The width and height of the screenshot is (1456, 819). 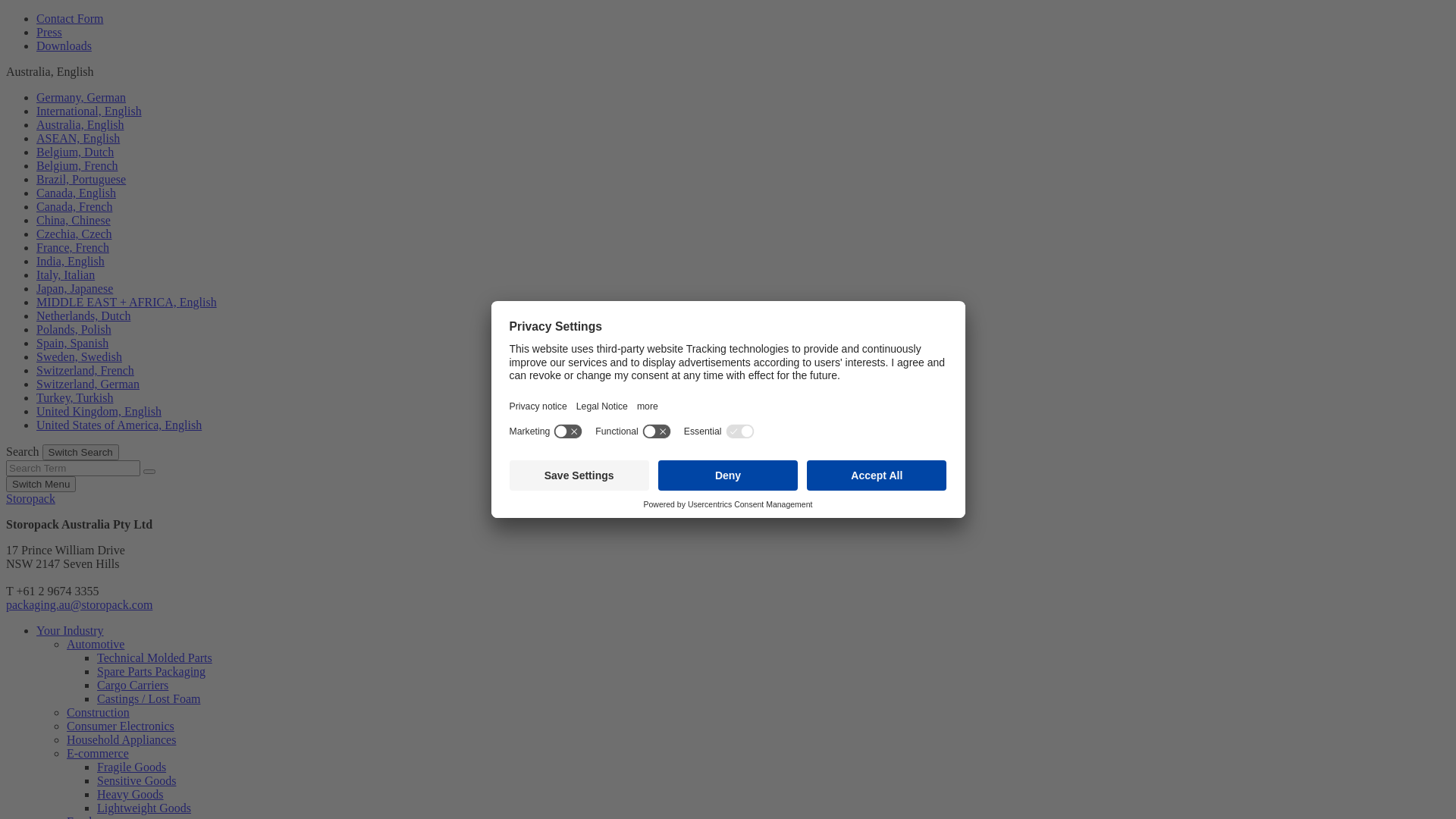 What do you see at coordinates (63, 45) in the screenshot?
I see `'Downloads'` at bounding box center [63, 45].